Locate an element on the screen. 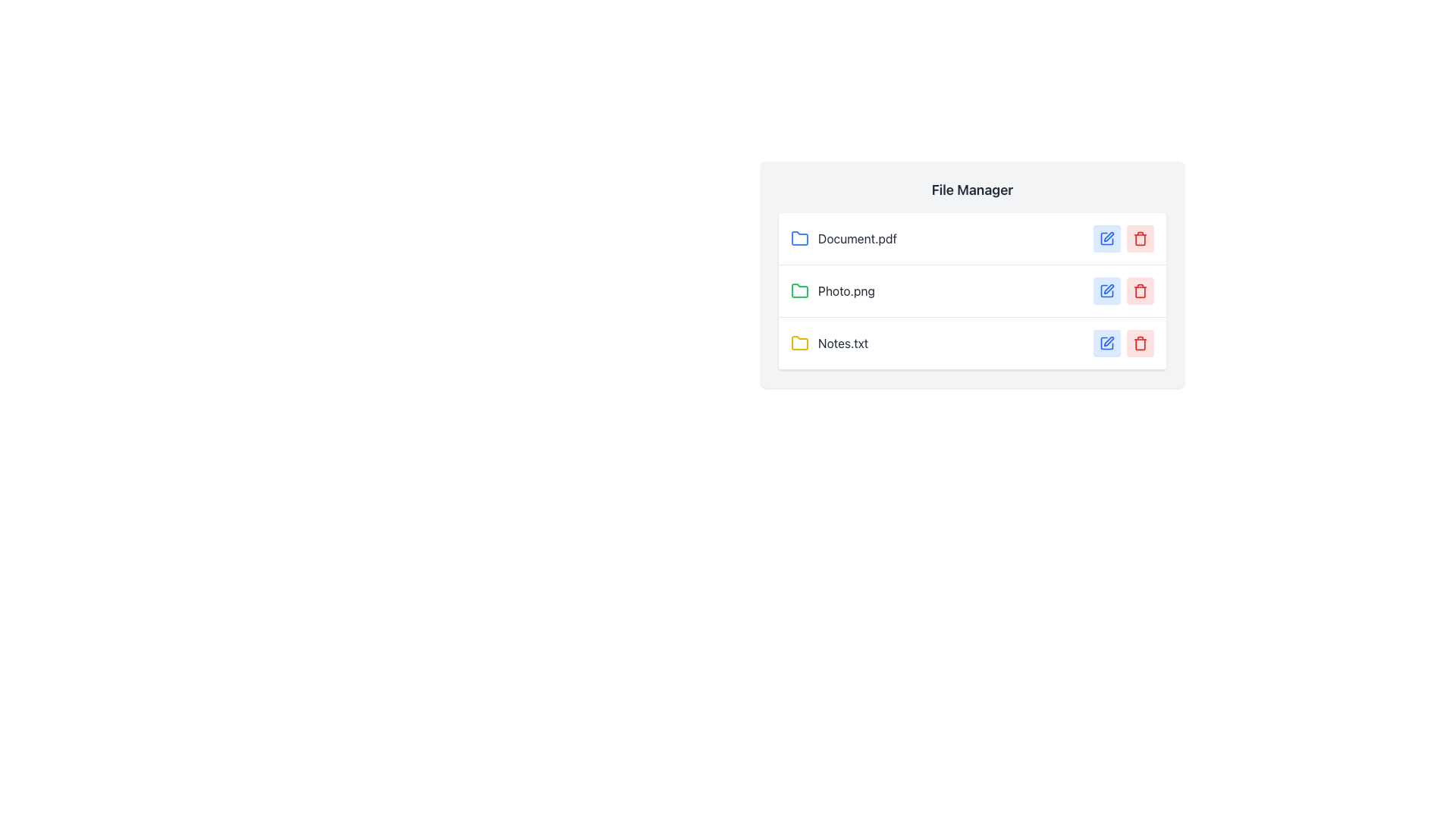 The width and height of the screenshot is (1456, 819). the edit icon button located in the last row of the file manager list next to 'Notes.txt' is located at coordinates (1106, 343).